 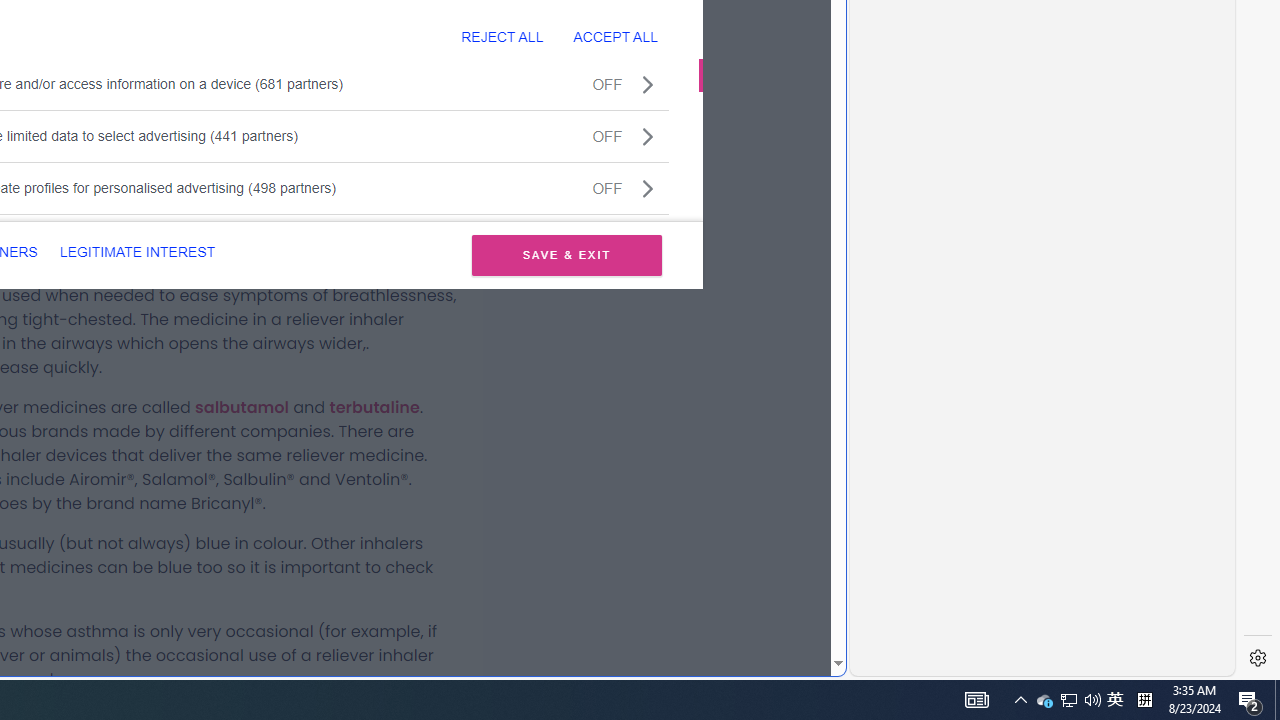 What do you see at coordinates (374, 406) in the screenshot?
I see `'terbutaline'` at bounding box center [374, 406].